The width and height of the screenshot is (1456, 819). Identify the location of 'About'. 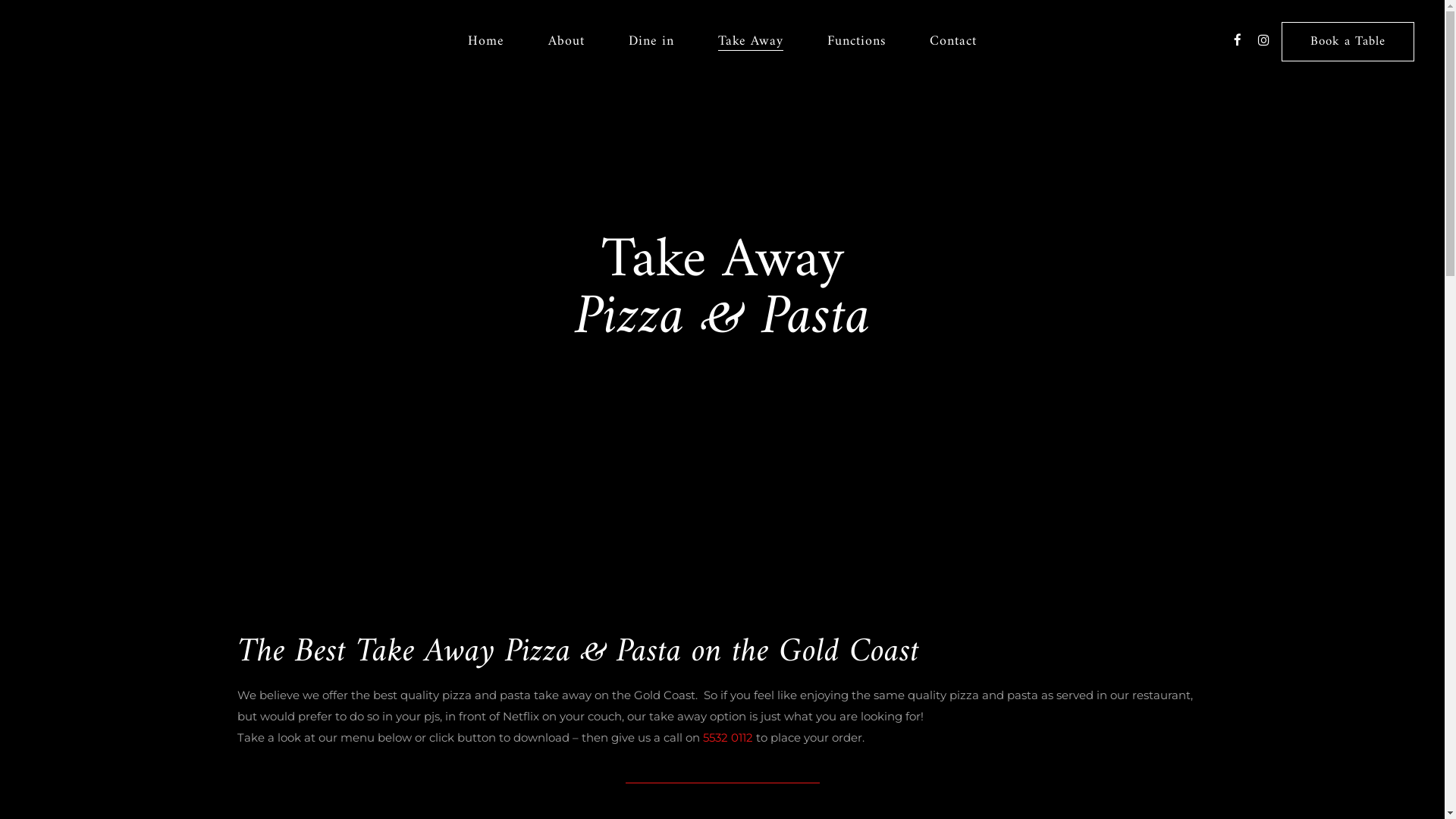
(526, 40).